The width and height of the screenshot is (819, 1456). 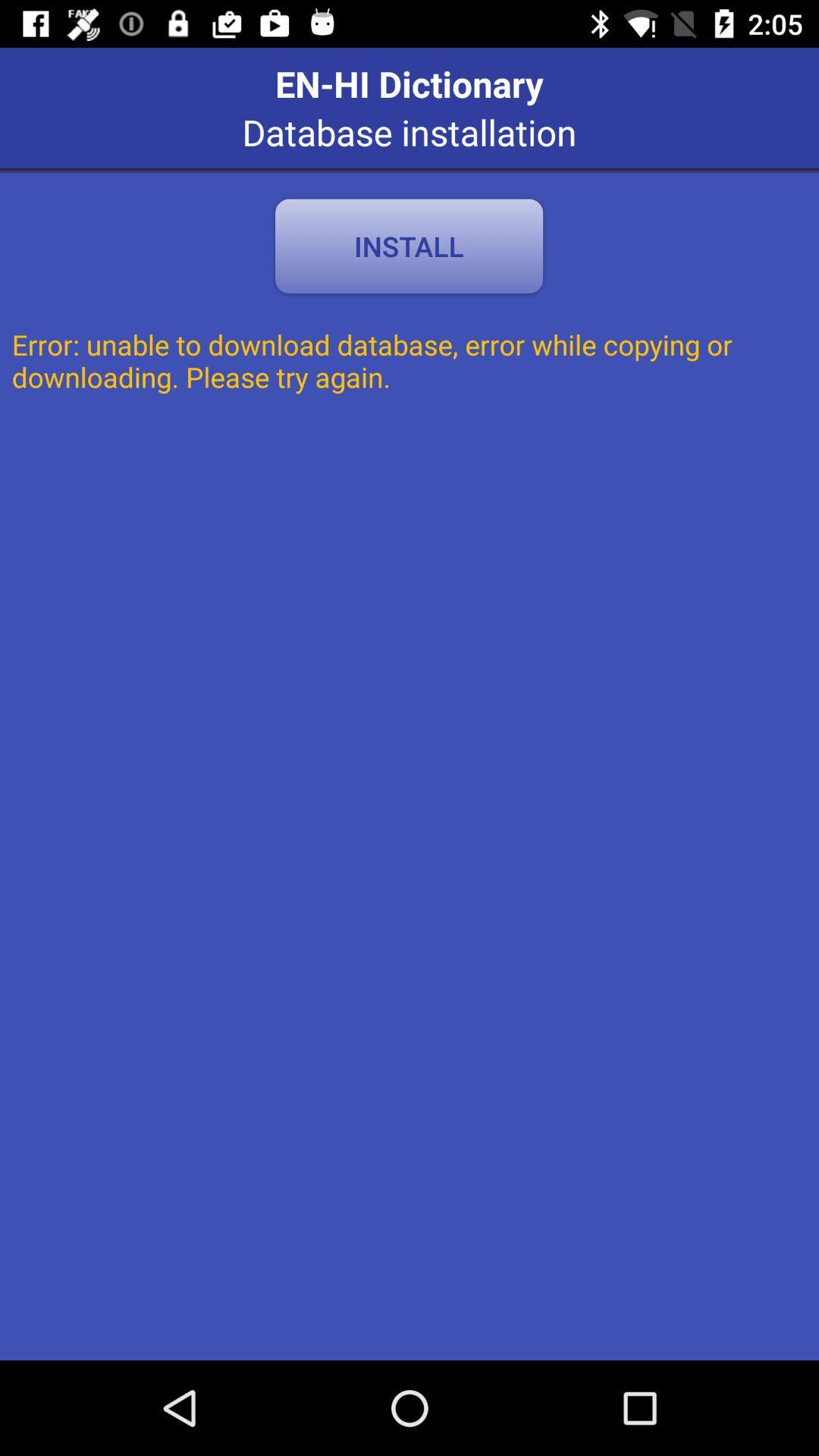 I want to click on install button, so click(x=408, y=246).